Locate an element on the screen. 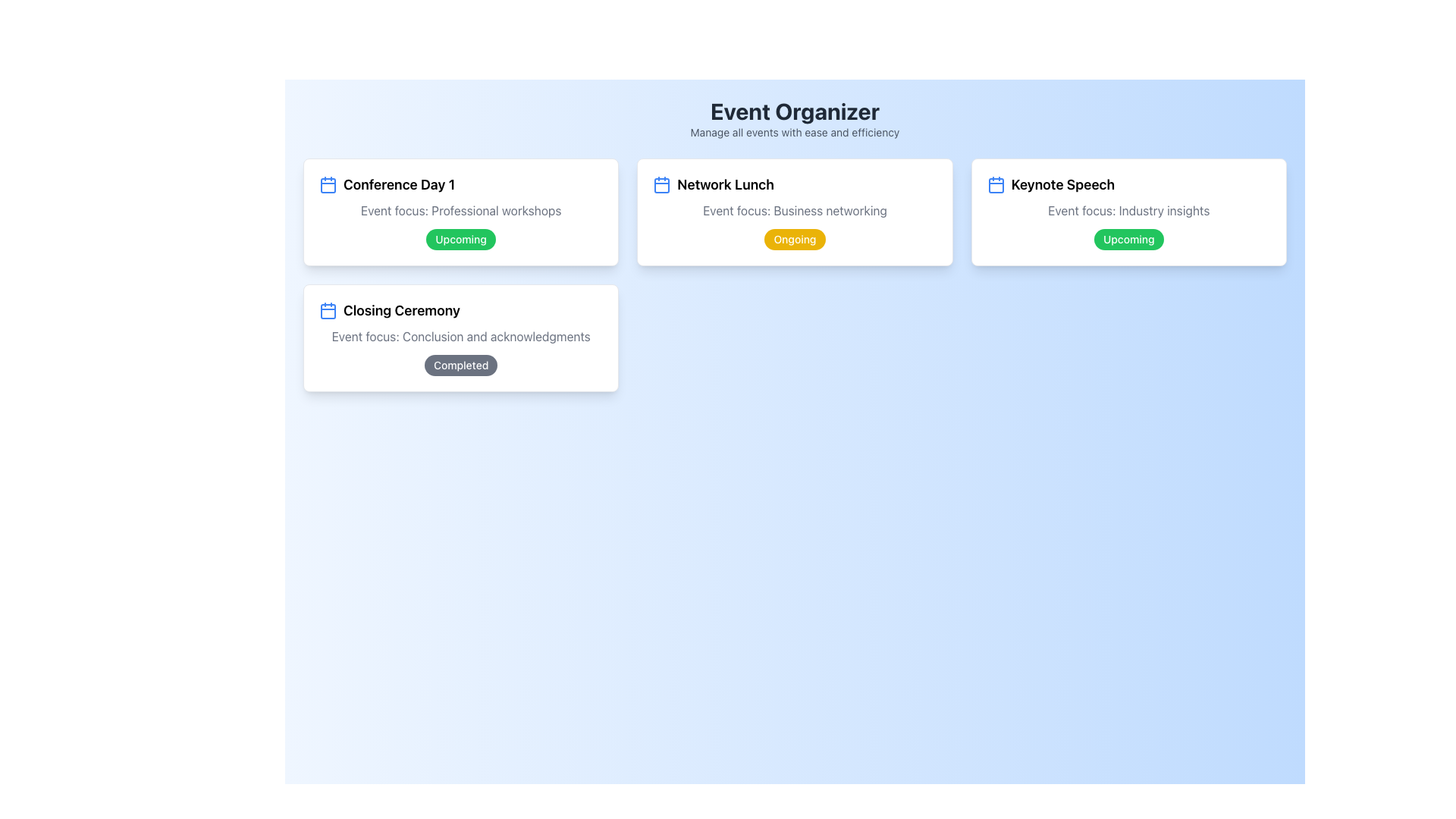 The width and height of the screenshot is (1456, 819). the Status Indicator (Badge) located at the bottom-right of the 'Closing Ceremony' card, which indicates that the event is completed is located at coordinates (460, 366).